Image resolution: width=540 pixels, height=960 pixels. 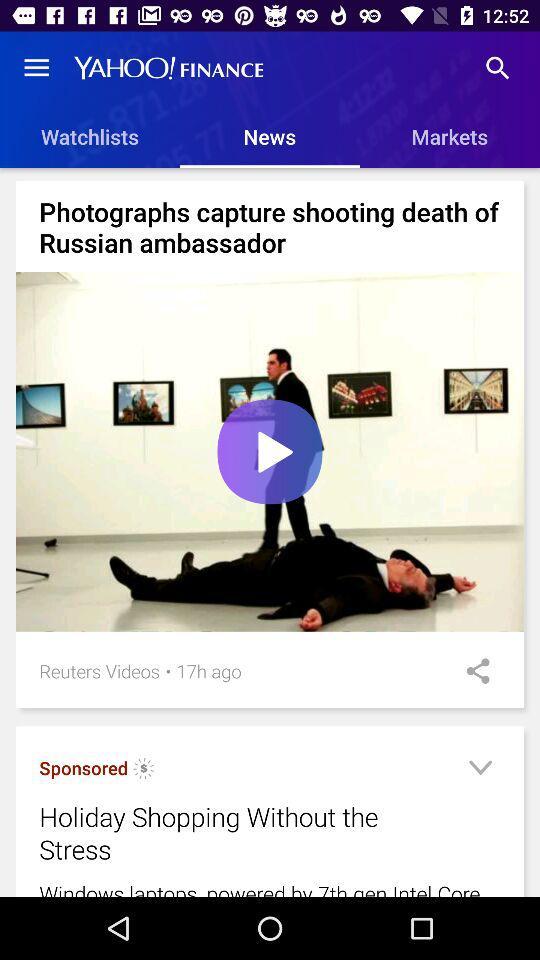 What do you see at coordinates (272, 178) in the screenshot?
I see `the item below the watchlists item` at bounding box center [272, 178].